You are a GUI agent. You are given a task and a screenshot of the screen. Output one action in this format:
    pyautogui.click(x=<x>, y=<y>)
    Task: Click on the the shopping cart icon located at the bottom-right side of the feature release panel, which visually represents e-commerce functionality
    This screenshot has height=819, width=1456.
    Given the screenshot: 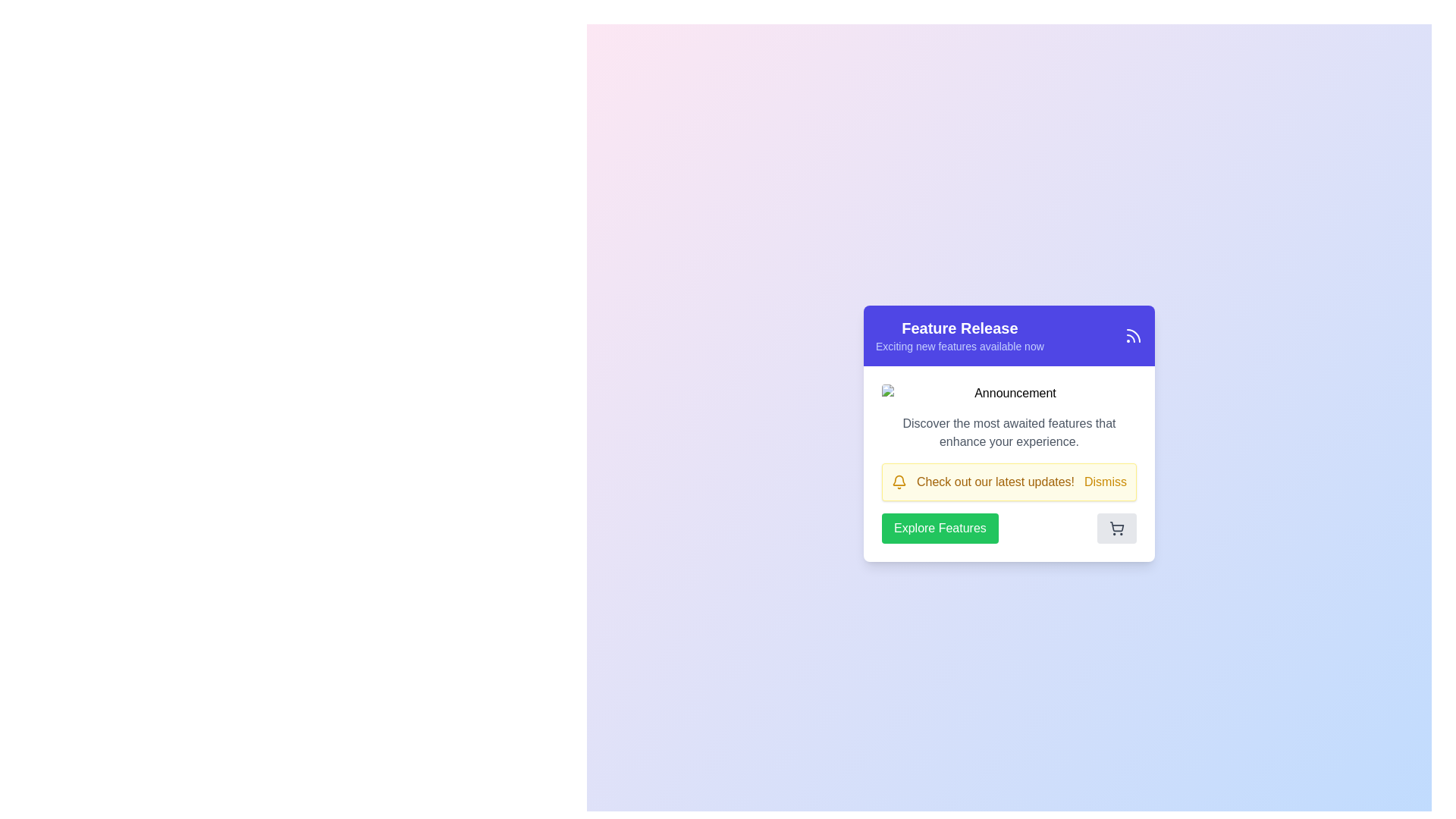 What is the action you would take?
    pyautogui.click(x=1117, y=526)
    